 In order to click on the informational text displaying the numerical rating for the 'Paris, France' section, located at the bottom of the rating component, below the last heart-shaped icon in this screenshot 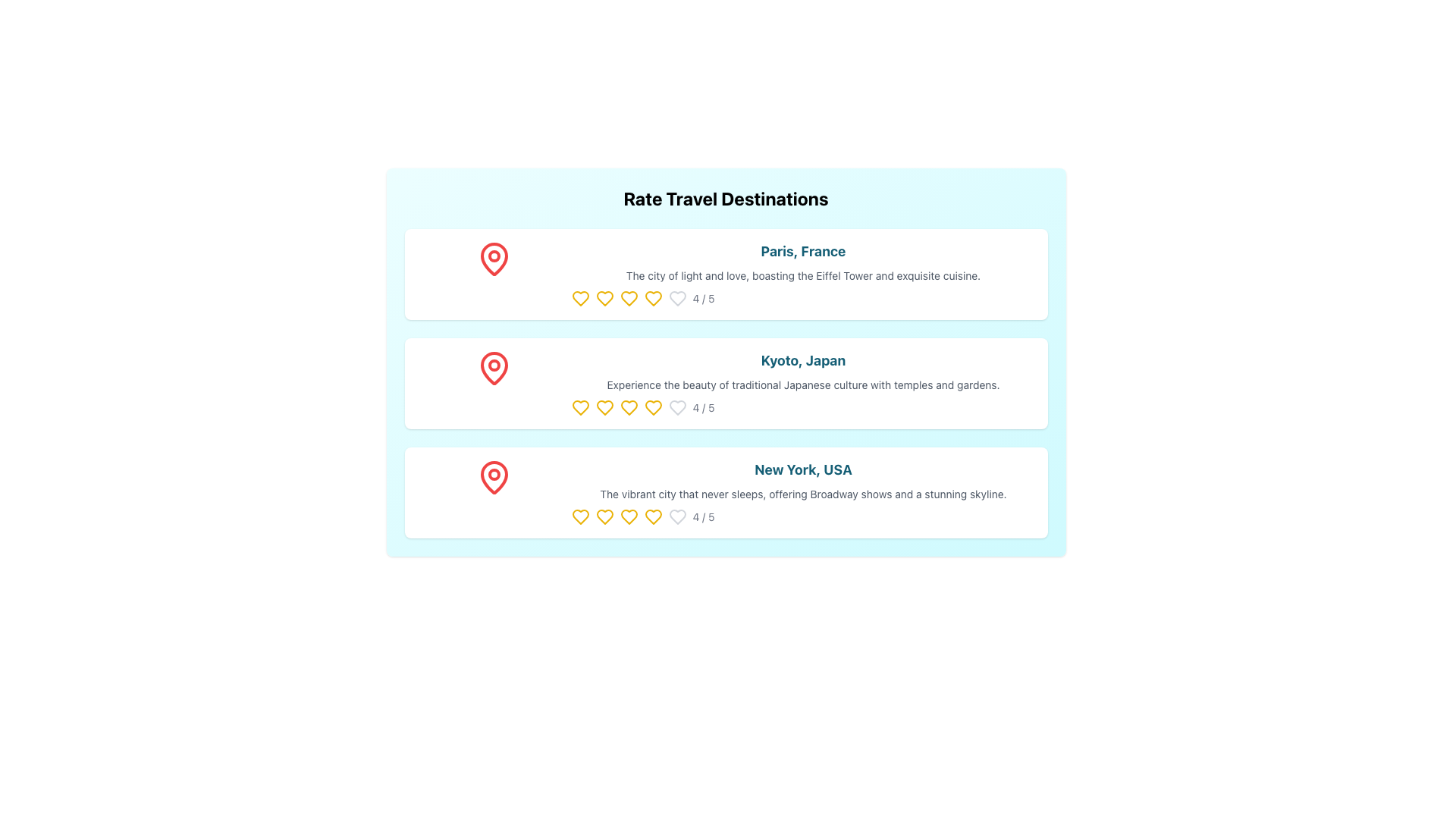, I will do `click(702, 298)`.